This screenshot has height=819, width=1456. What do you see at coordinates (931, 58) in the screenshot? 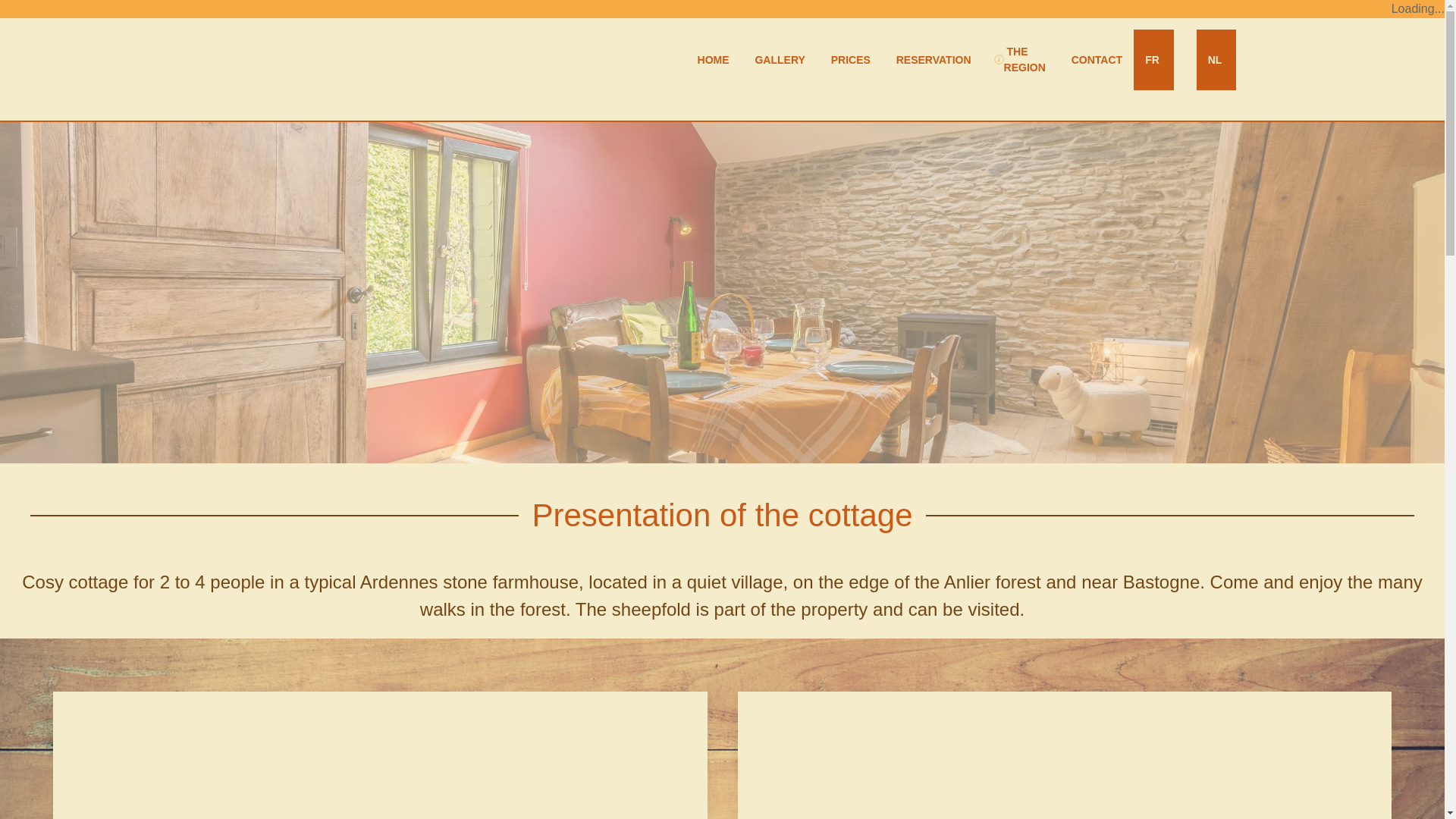
I see `' RESERVATION'` at bounding box center [931, 58].